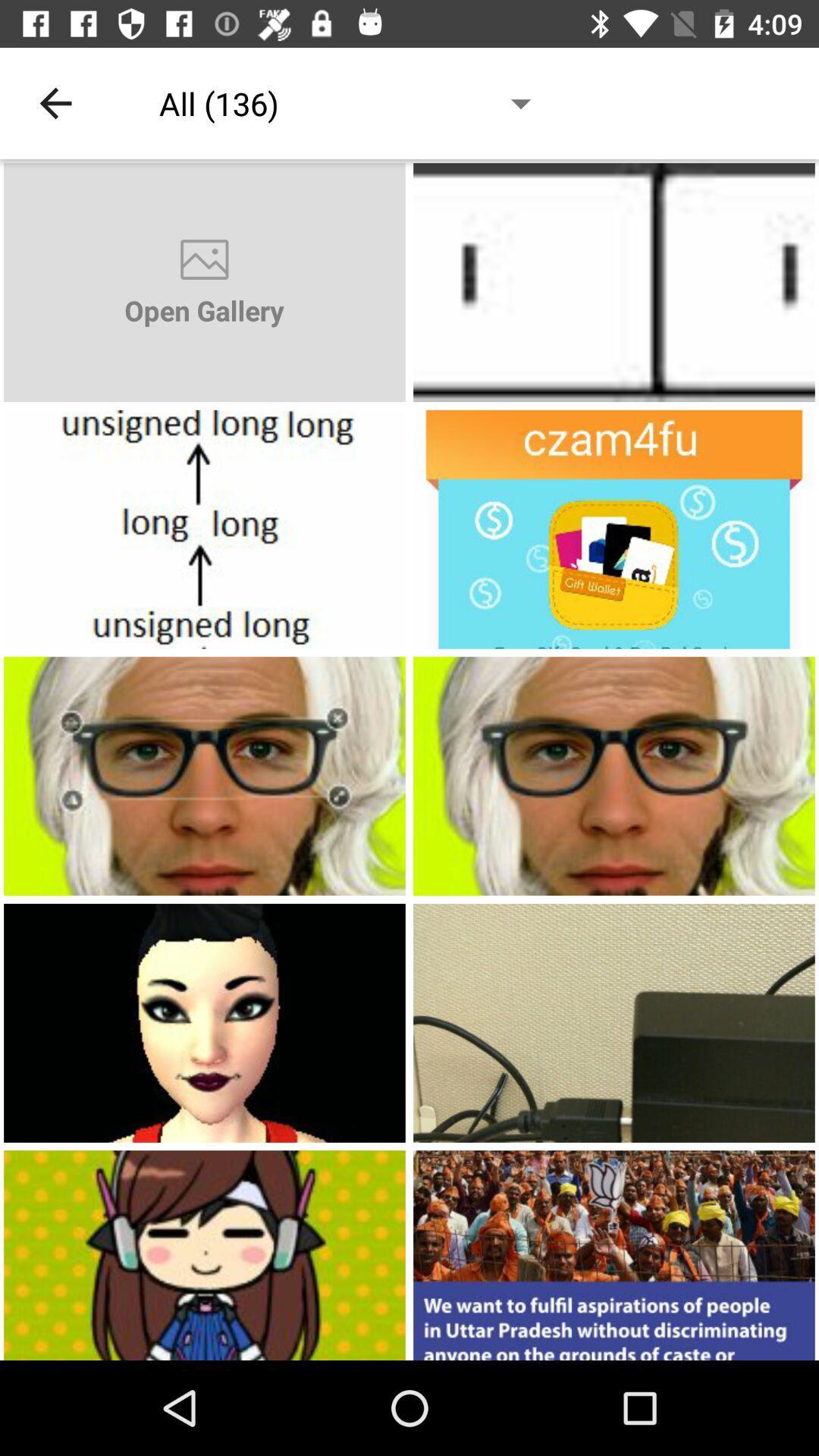 The image size is (819, 1456). I want to click on google page, so click(205, 776).